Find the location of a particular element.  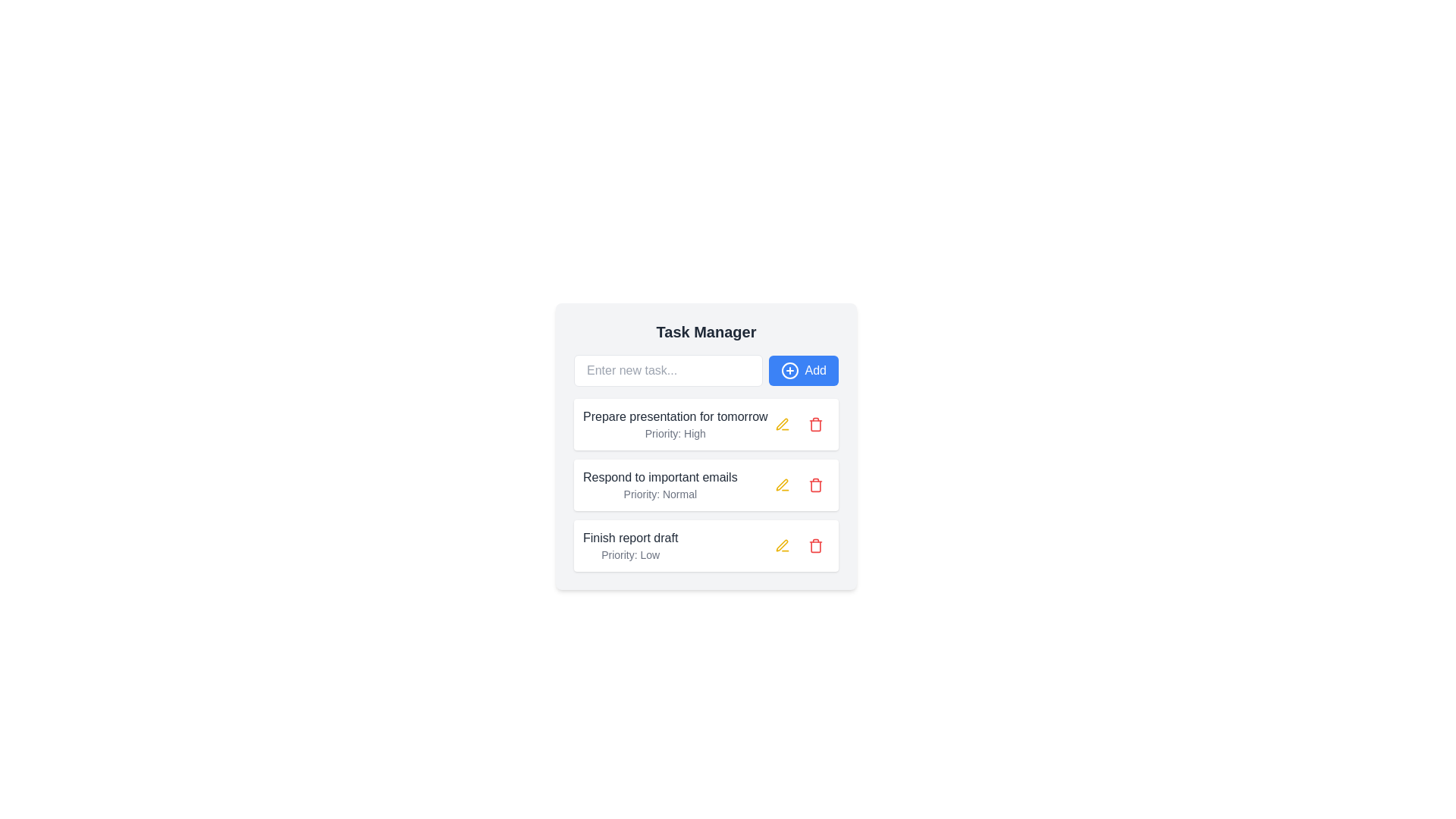

the edit button in the Action button group located at the lower right corner of the task card for 'Finish report draft' is located at coordinates (799, 546).